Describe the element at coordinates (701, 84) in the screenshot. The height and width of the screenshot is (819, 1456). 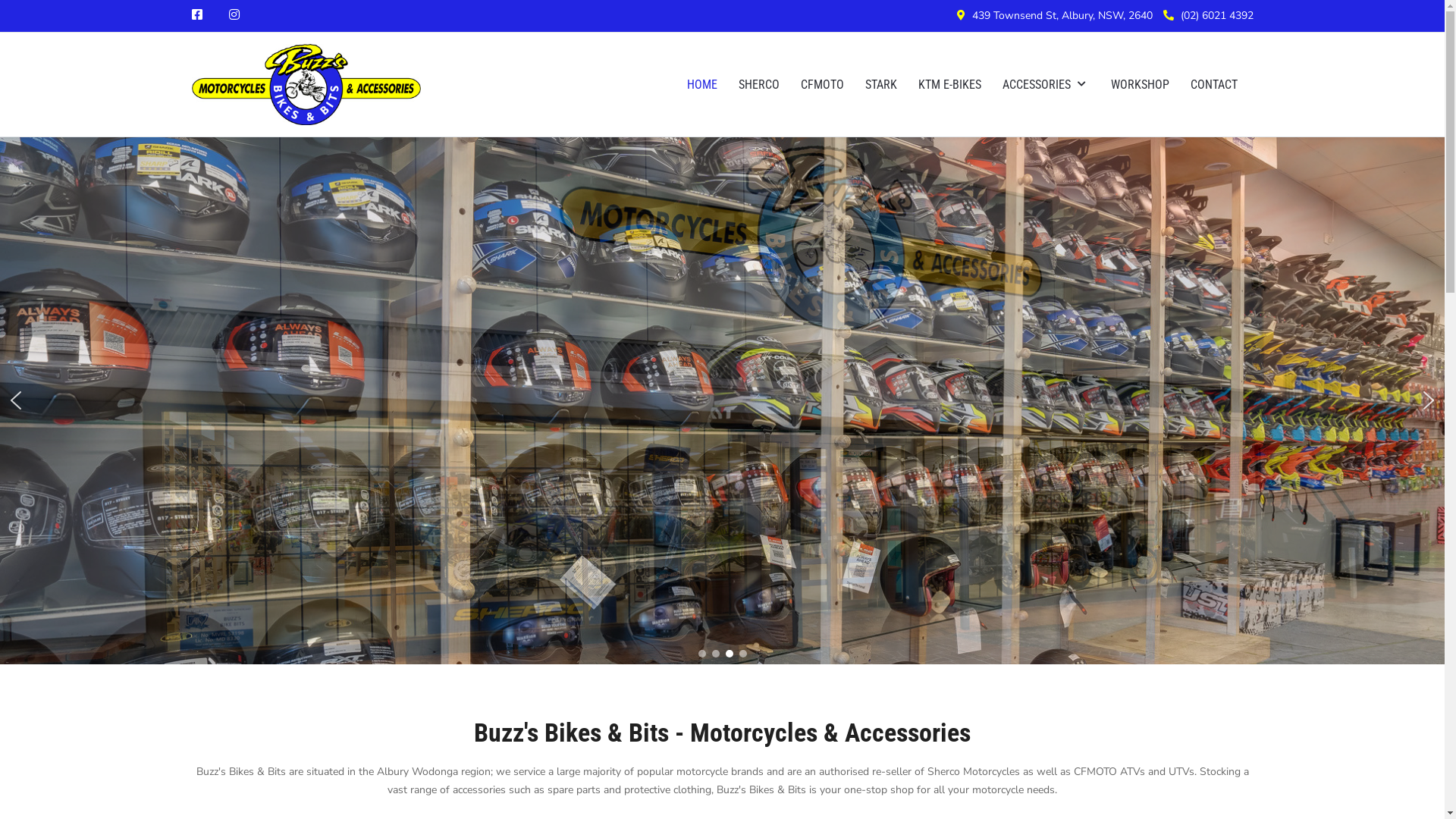
I see `'HOME'` at that location.